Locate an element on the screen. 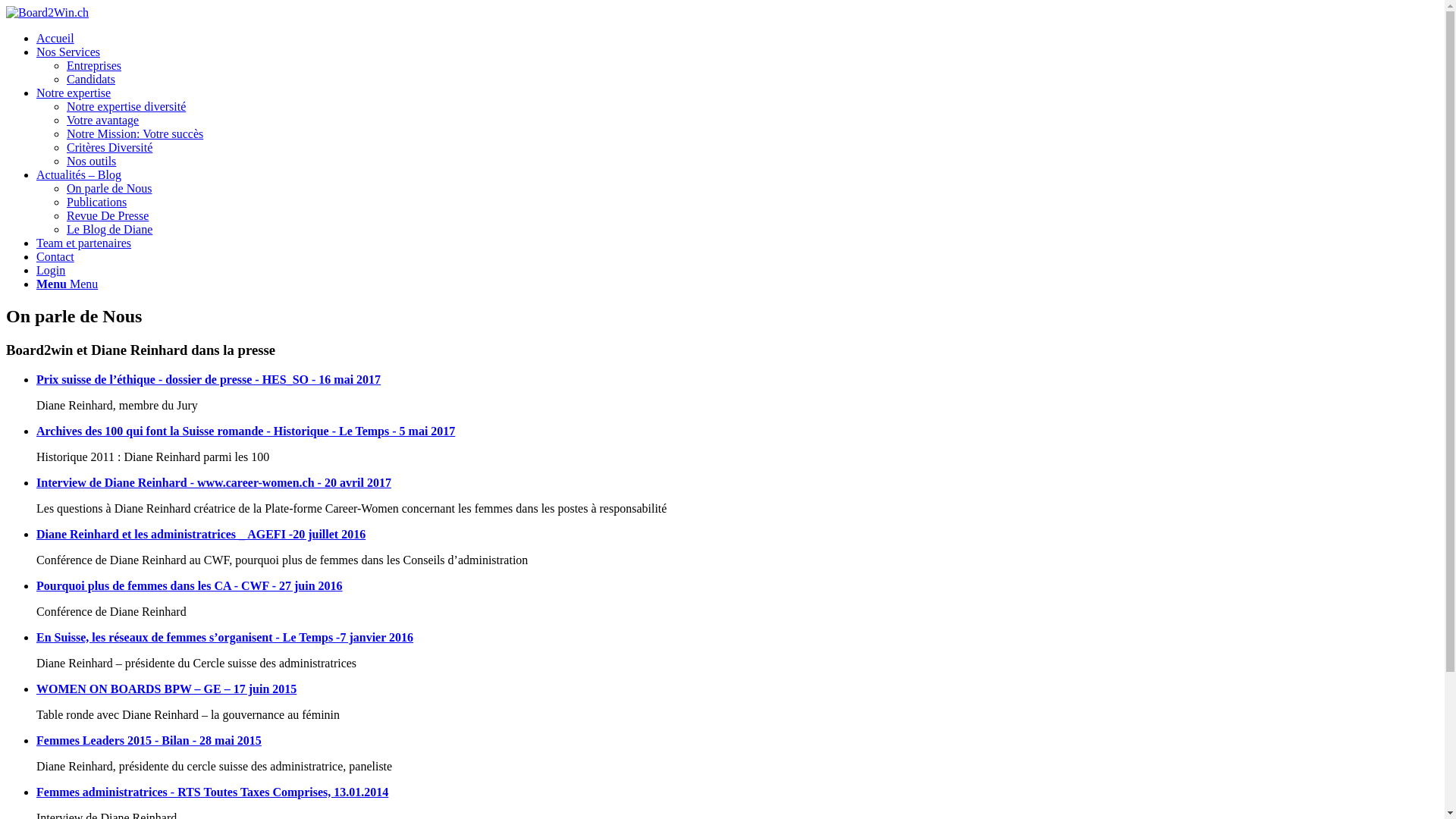  'Notre expertise' is located at coordinates (72, 93).